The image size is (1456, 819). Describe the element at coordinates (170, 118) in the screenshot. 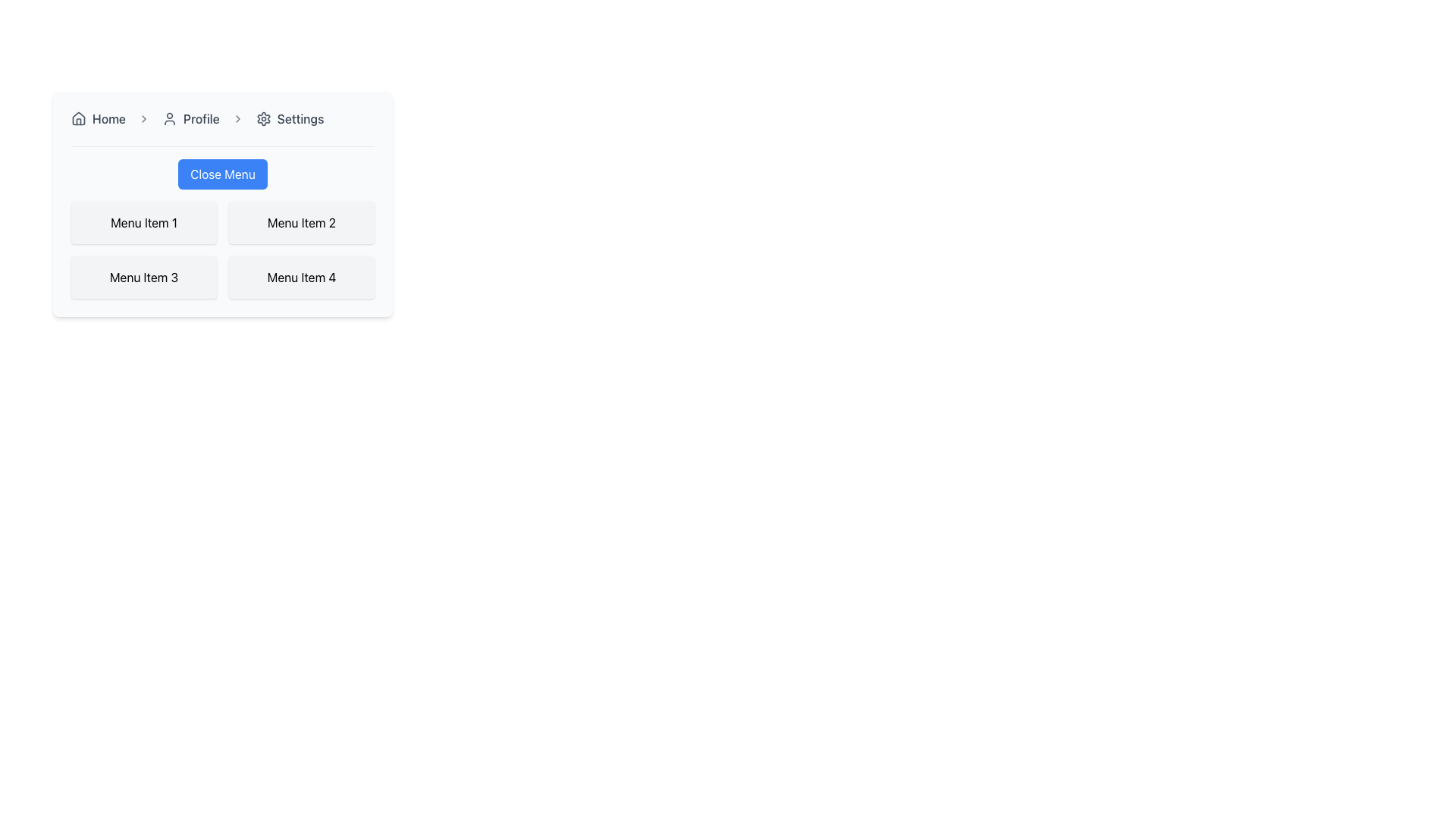

I see `the user profile icon, which is a minimalistic outline with a circular head and round-shouldered body, located in the navigation bar to the left of the 'Profile' label` at that location.